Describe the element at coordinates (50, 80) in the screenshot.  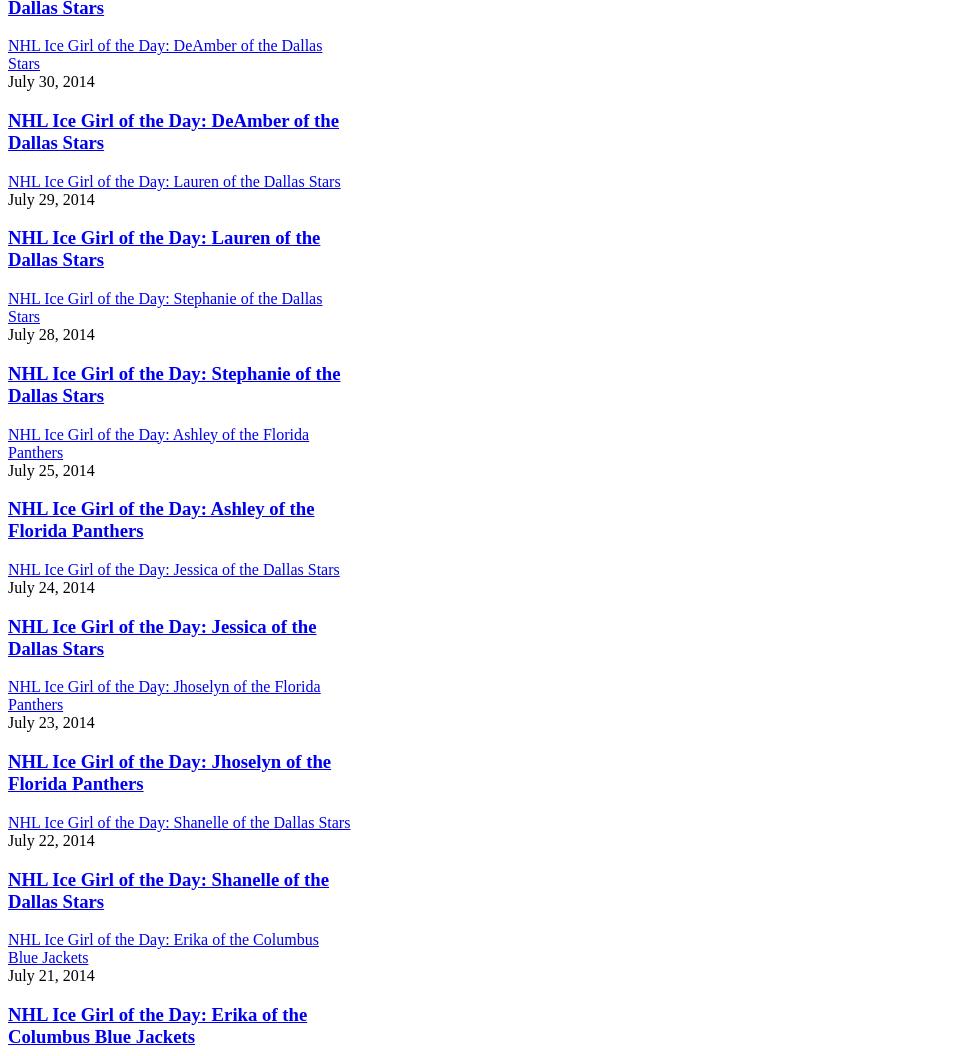
I see `'July 30, 2014'` at that location.